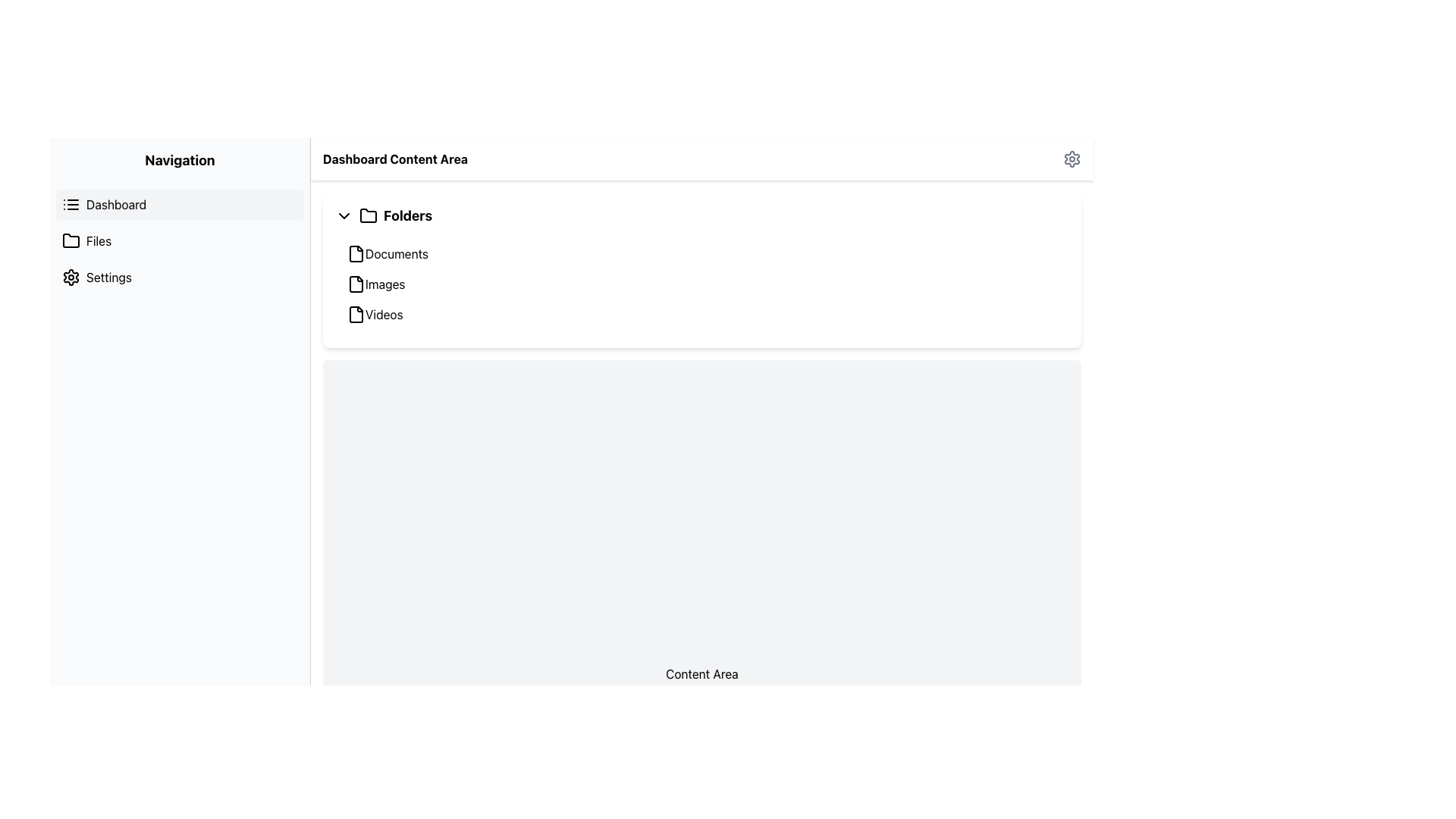 The image size is (1456, 819). I want to click on the 'Files' label in the left navigation menu of the dashboard interface, so click(98, 240).